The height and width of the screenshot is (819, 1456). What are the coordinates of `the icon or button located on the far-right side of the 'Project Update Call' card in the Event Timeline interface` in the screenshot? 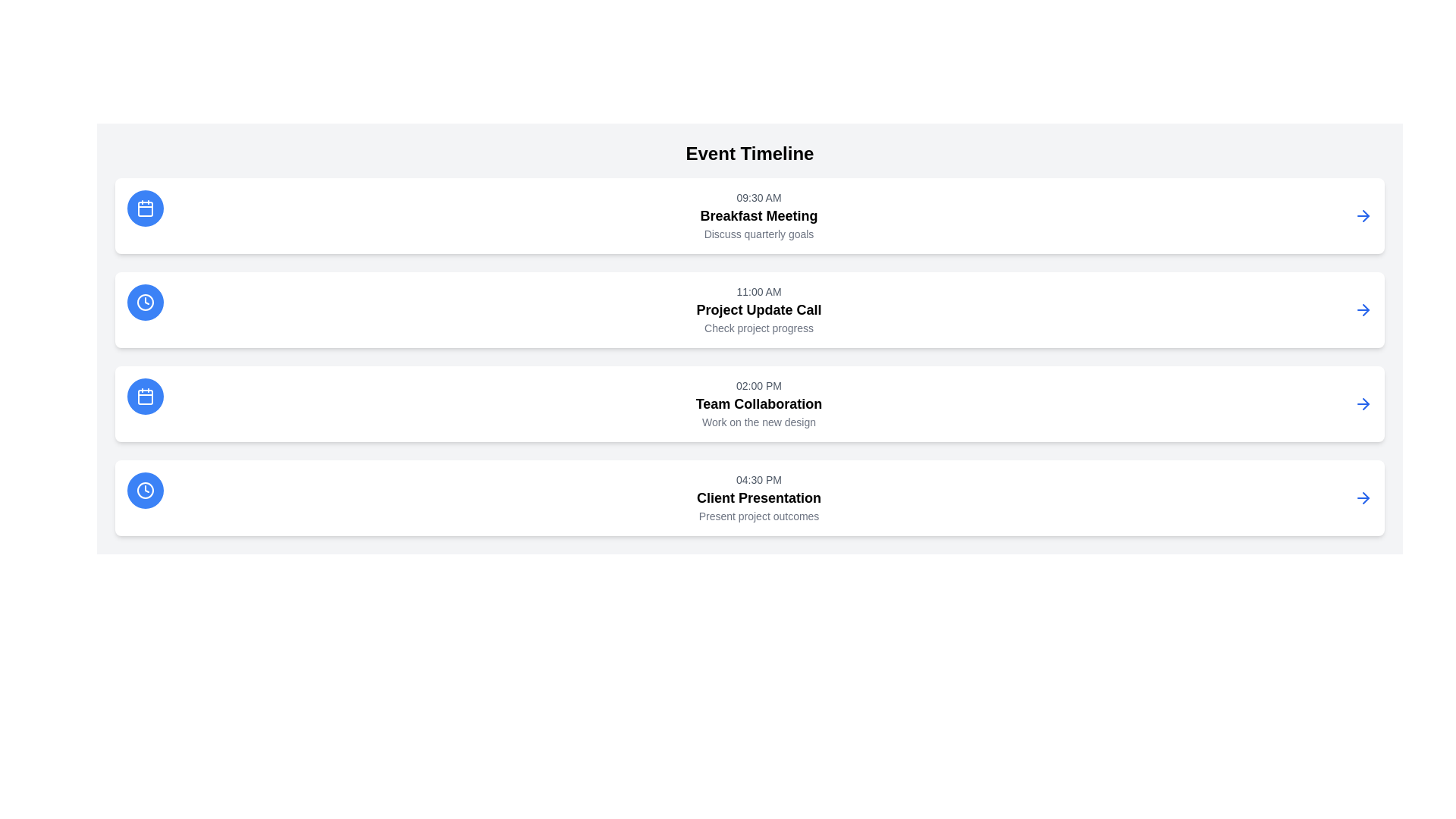 It's located at (1363, 309).